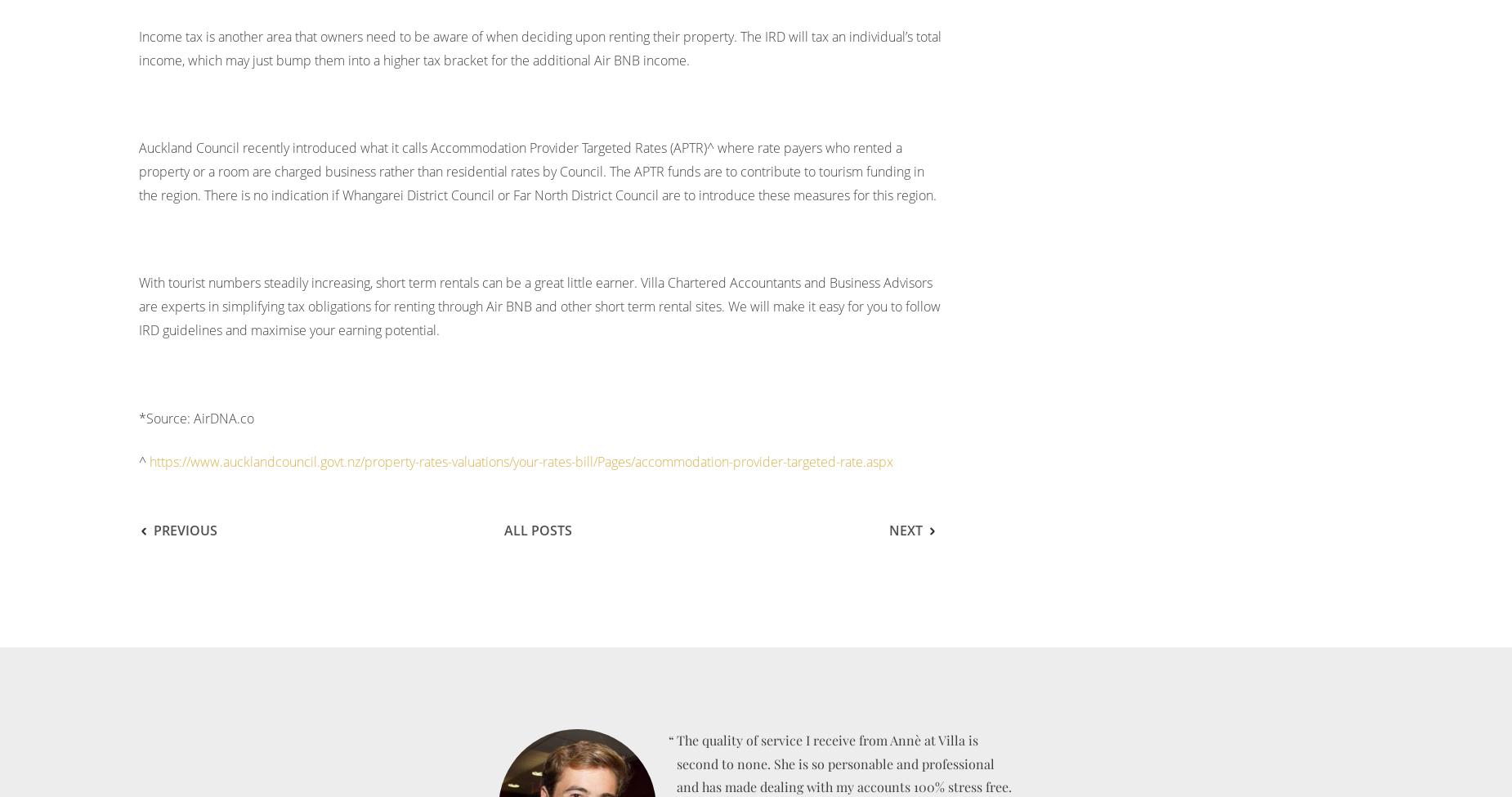  Describe the element at coordinates (517, 530) in the screenshot. I see `'All'` at that location.